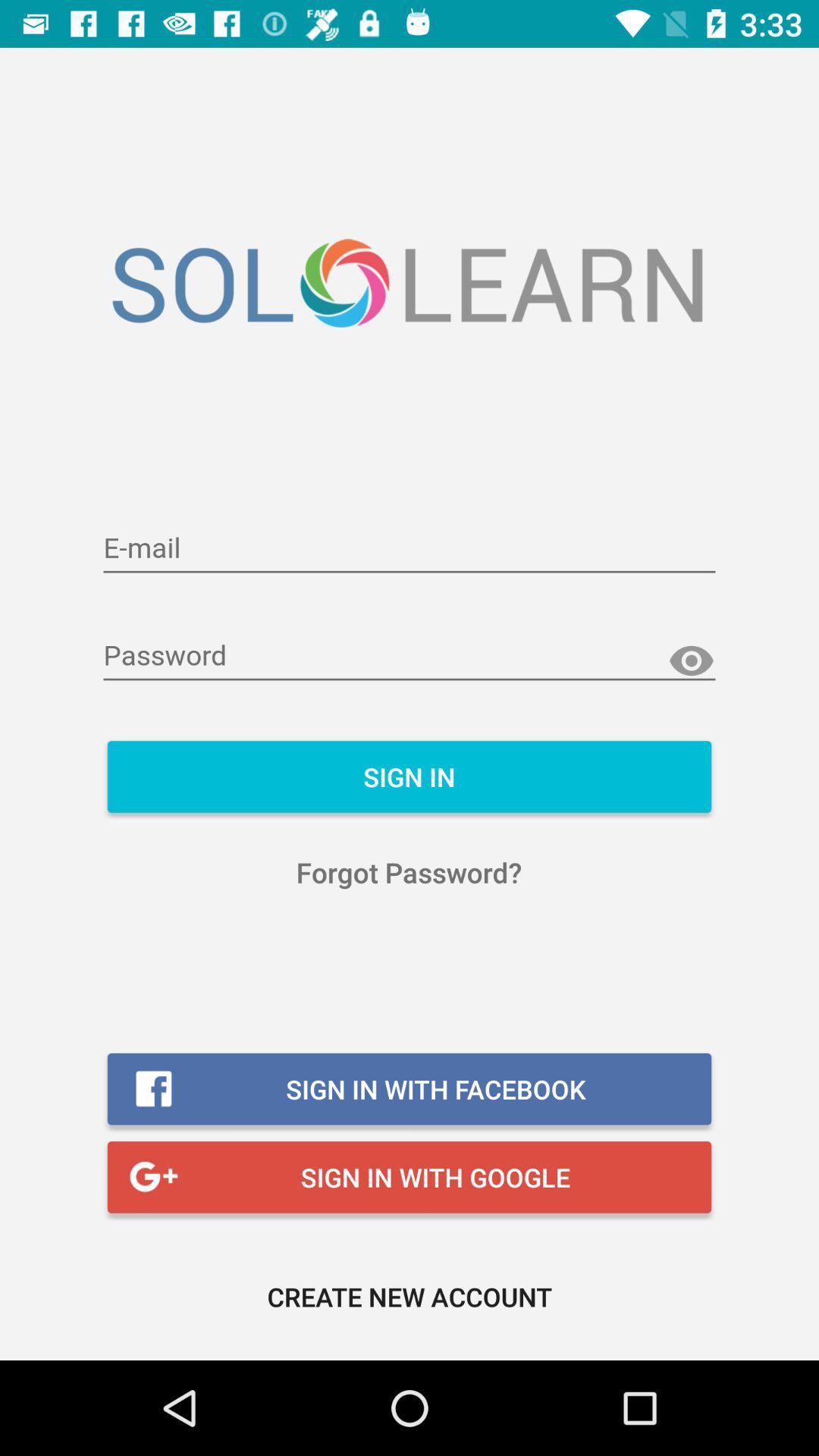 Image resolution: width=819 pixels, height=1456 pixels. Describe the element at coordinates (408, 872) in the screenshot. I see `item below the sign in` at that location.